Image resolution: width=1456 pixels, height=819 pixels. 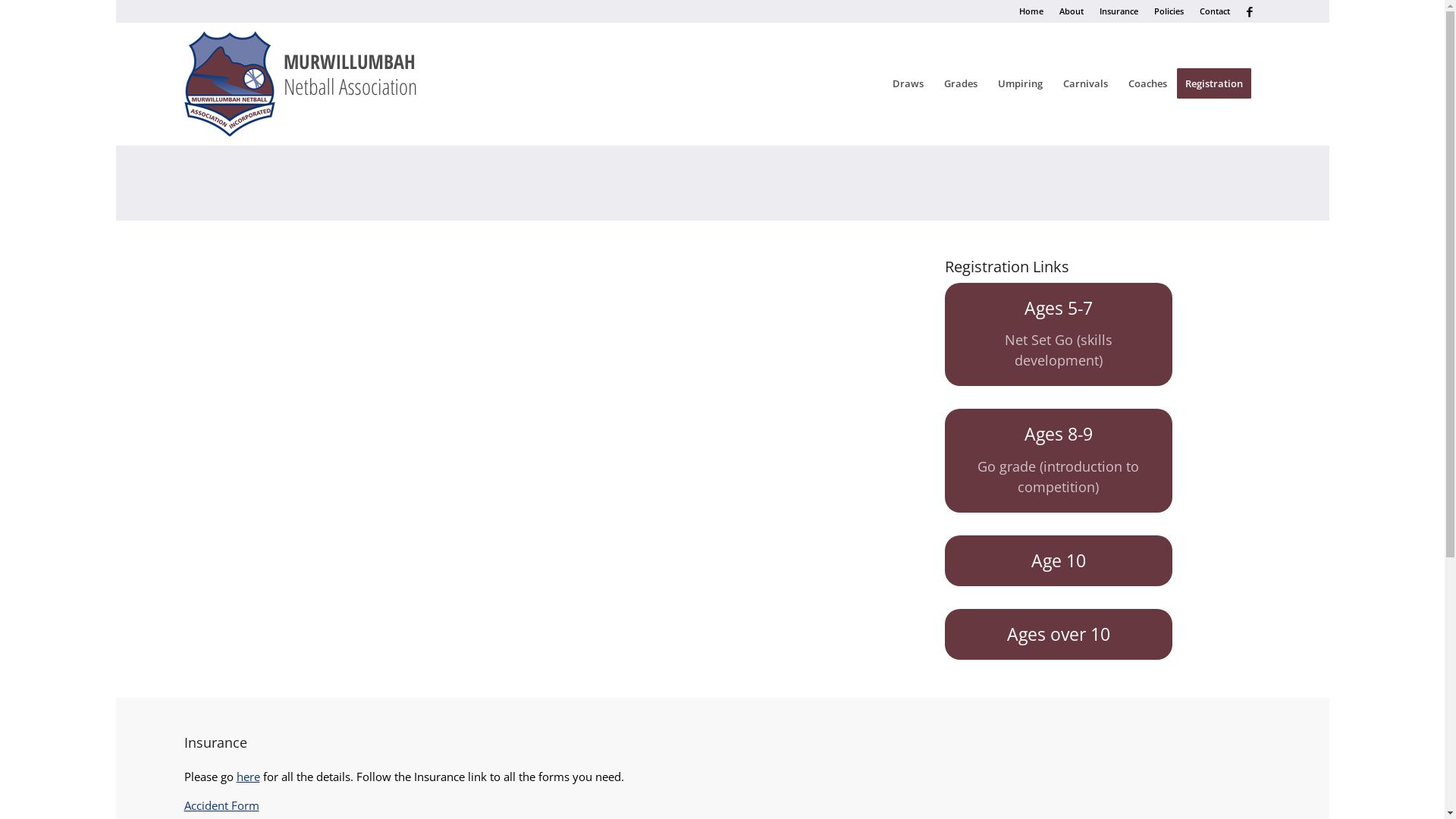 What do you see at coordinates (248, 776) in the screenshot?
I see `'here'` at bounding box center [248, 776].